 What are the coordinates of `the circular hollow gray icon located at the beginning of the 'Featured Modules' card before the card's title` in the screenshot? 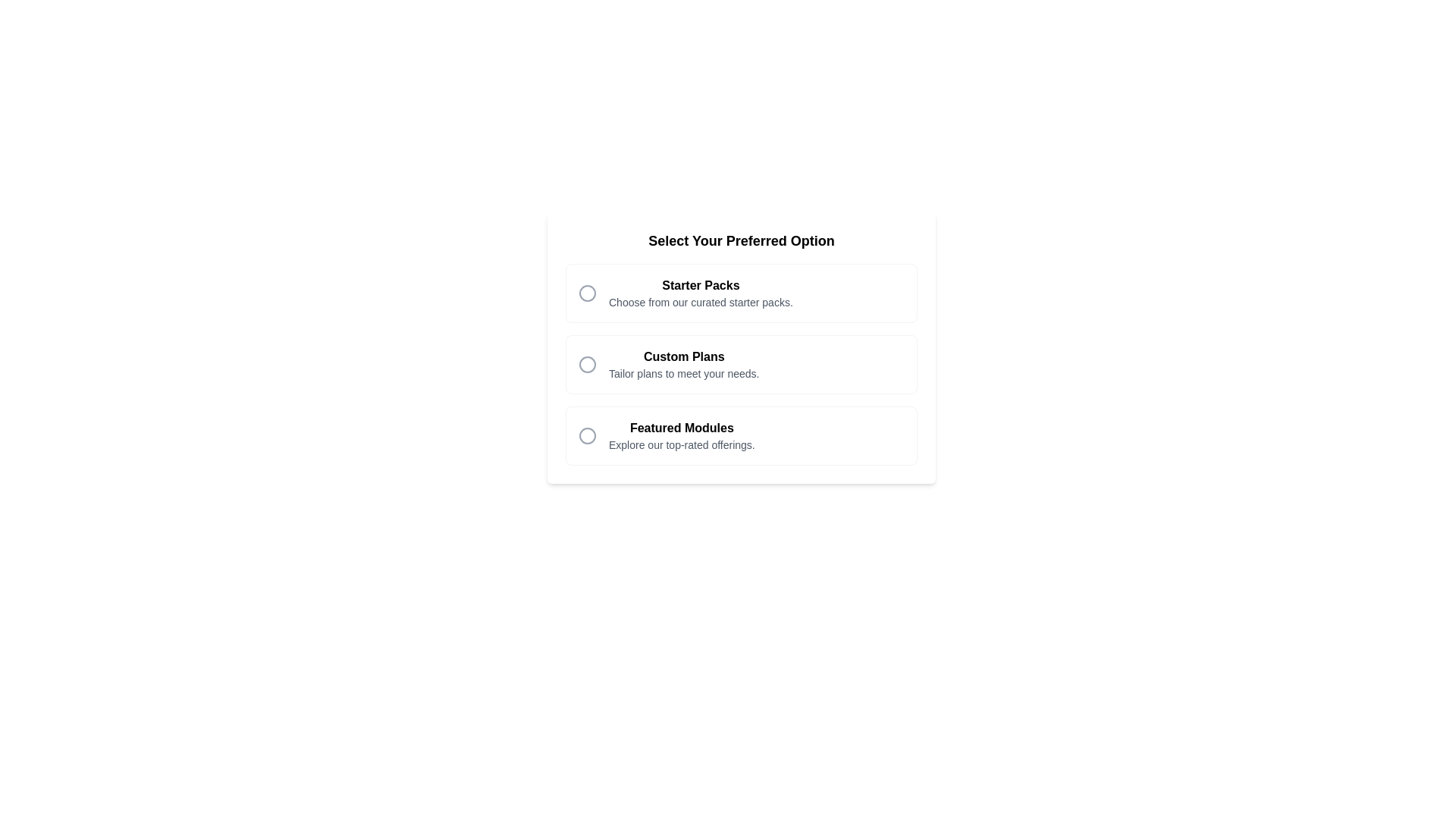 It's located at (586, 435).